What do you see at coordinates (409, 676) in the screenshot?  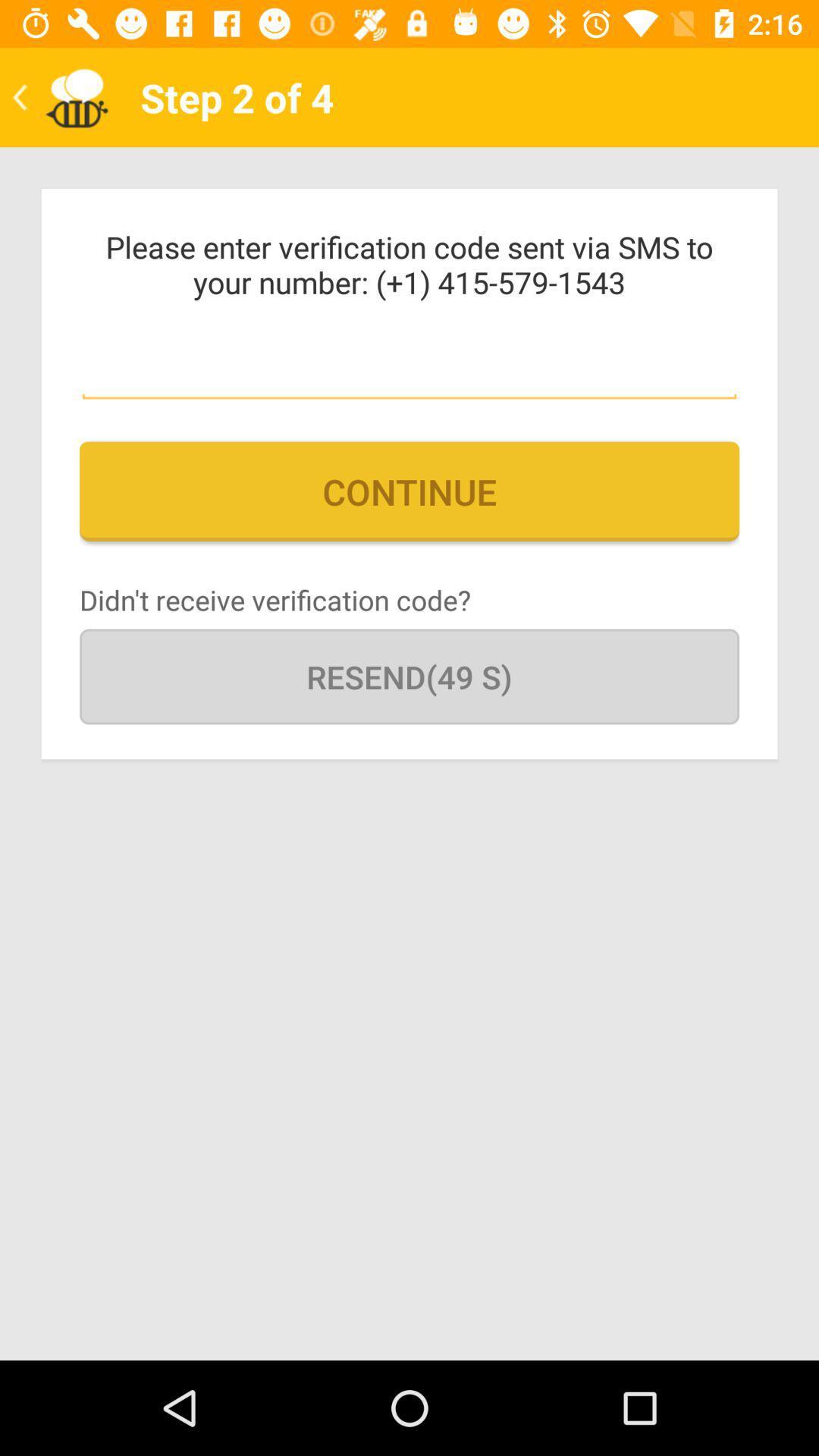 I see `the resend(49 s) icon` at bounding box center [409, 676].